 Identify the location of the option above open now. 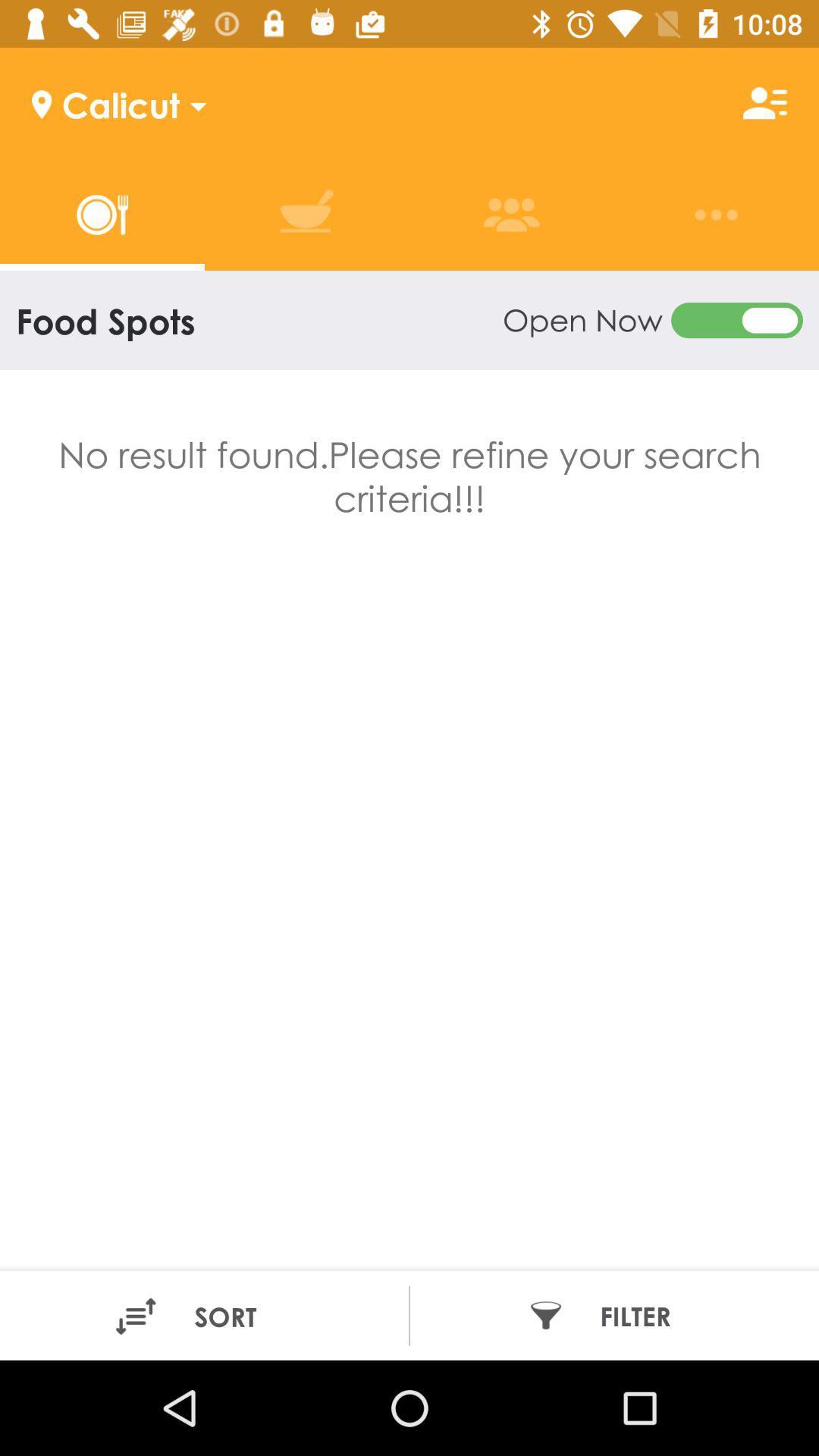
(511, 214).